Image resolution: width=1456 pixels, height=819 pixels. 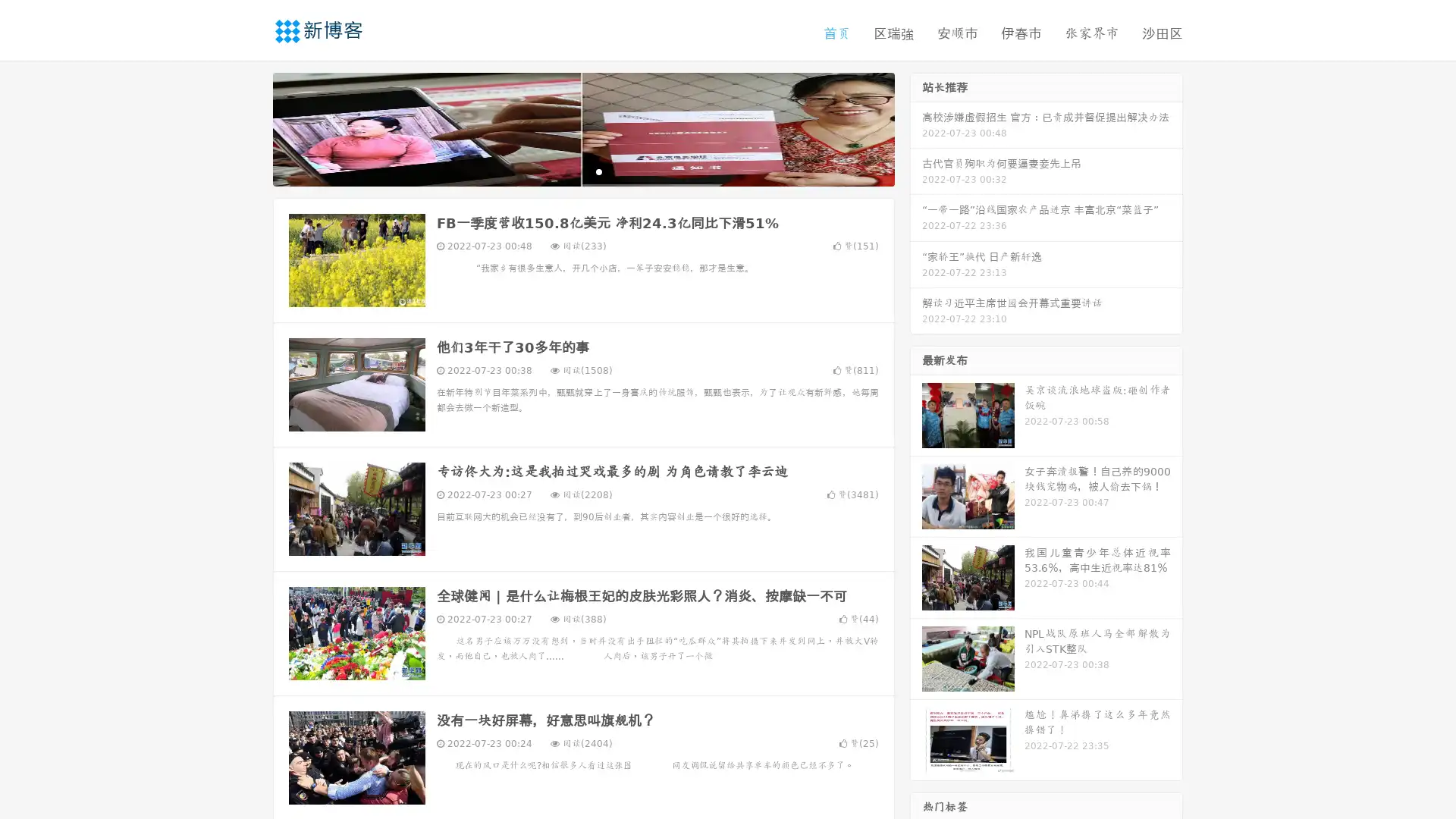 I want to click on Next slide, so click(x=916, y=127).